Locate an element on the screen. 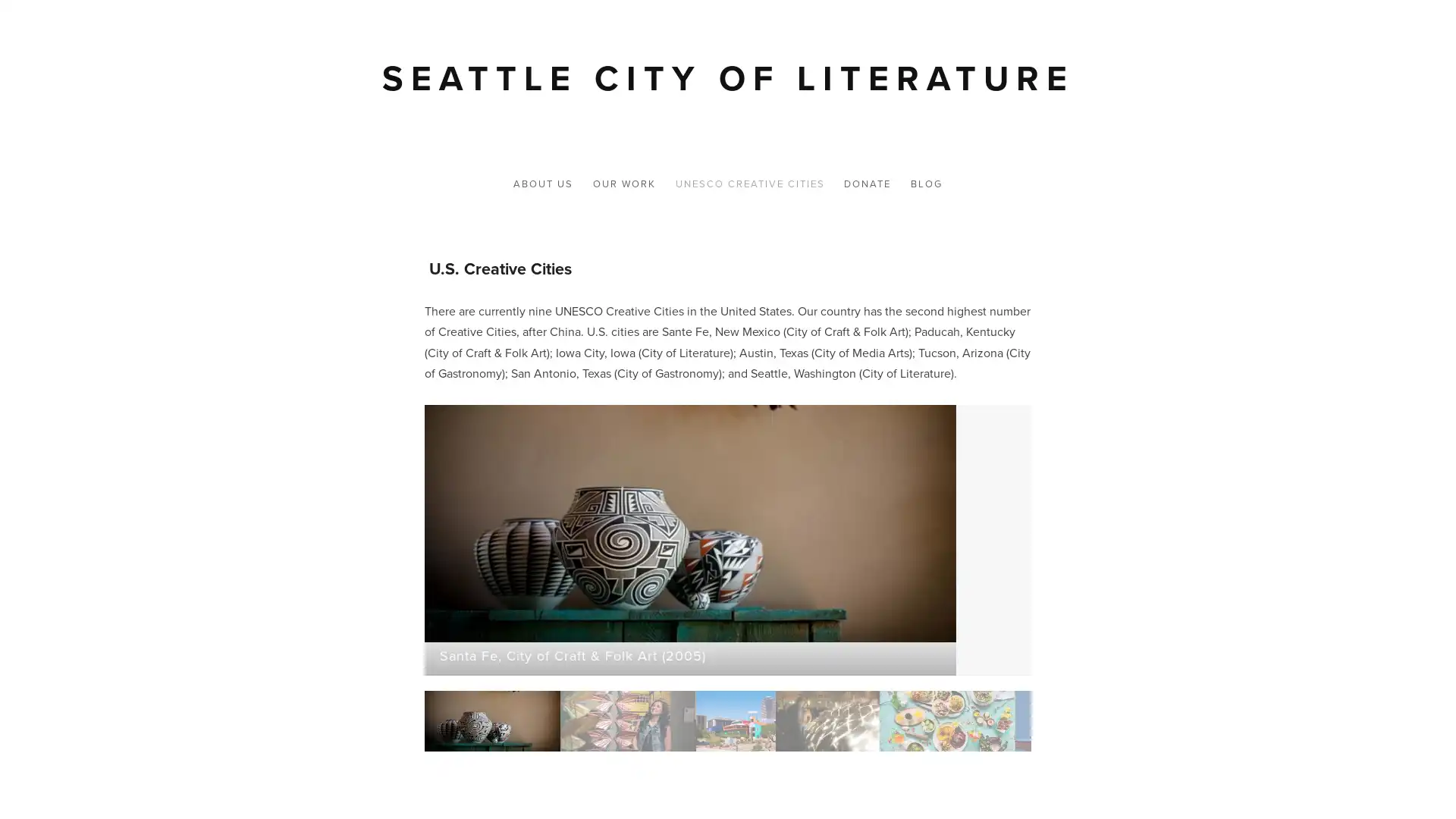 The height and width of the screenshot is (819, 1456). Slide 1 is located at coordinates (392, 720).